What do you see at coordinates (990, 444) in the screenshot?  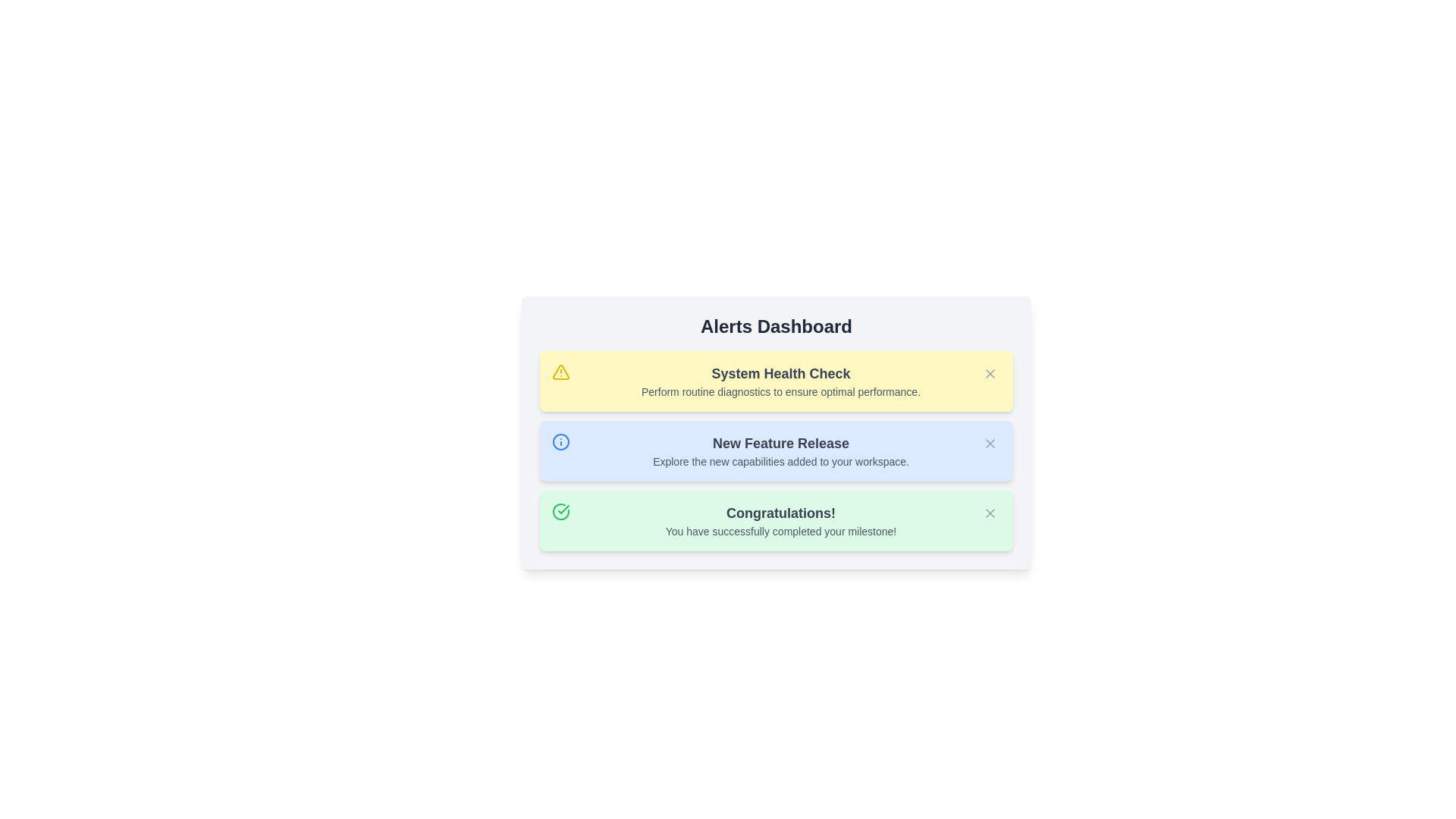 I see `the dismiss button for the alert titled 'New Feature Release'` at bounding box center [990, 444].